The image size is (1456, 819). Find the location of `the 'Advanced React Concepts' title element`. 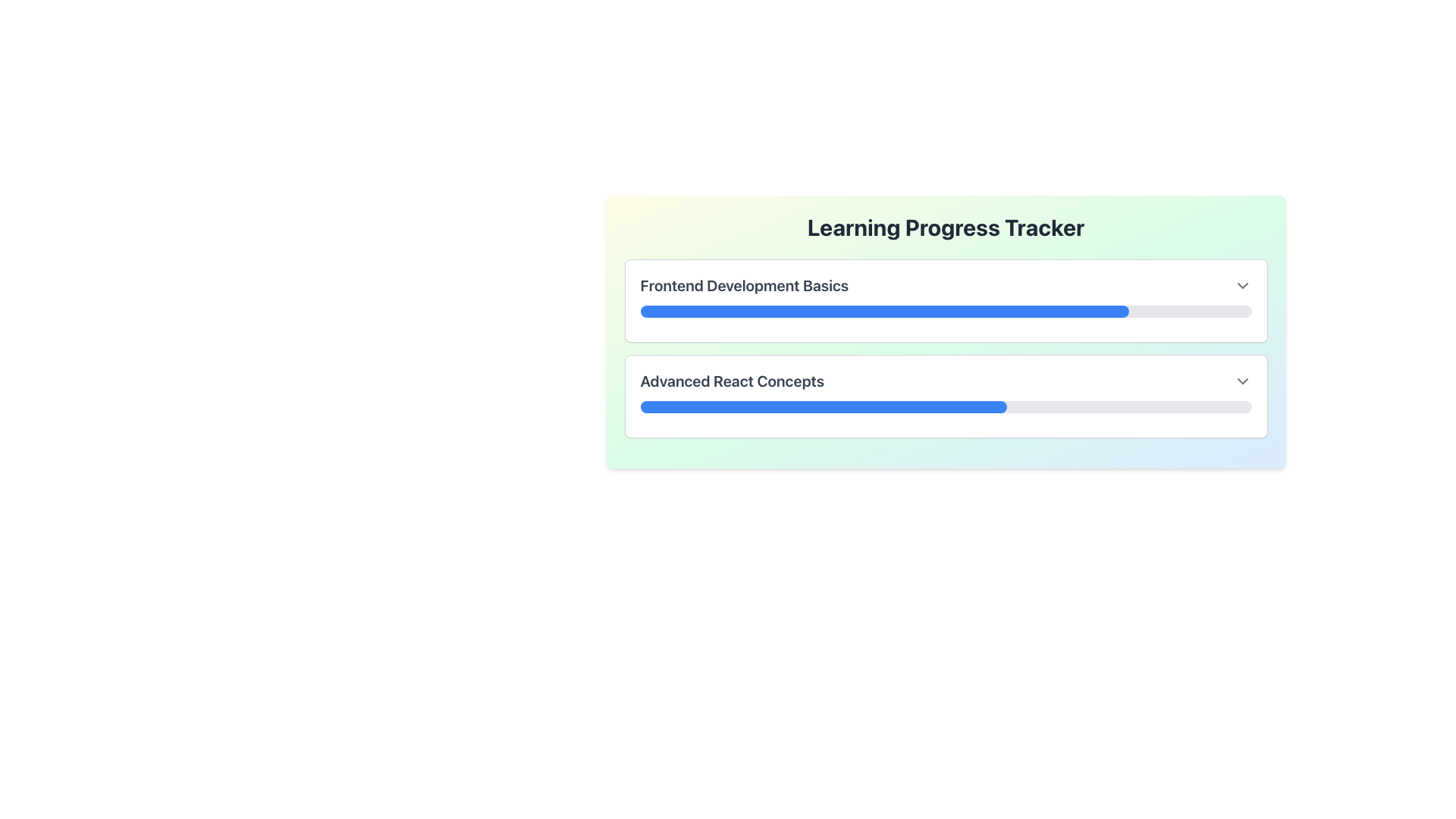

the 'Advanced React Concepts' title element is located at coordinates (732, 380).